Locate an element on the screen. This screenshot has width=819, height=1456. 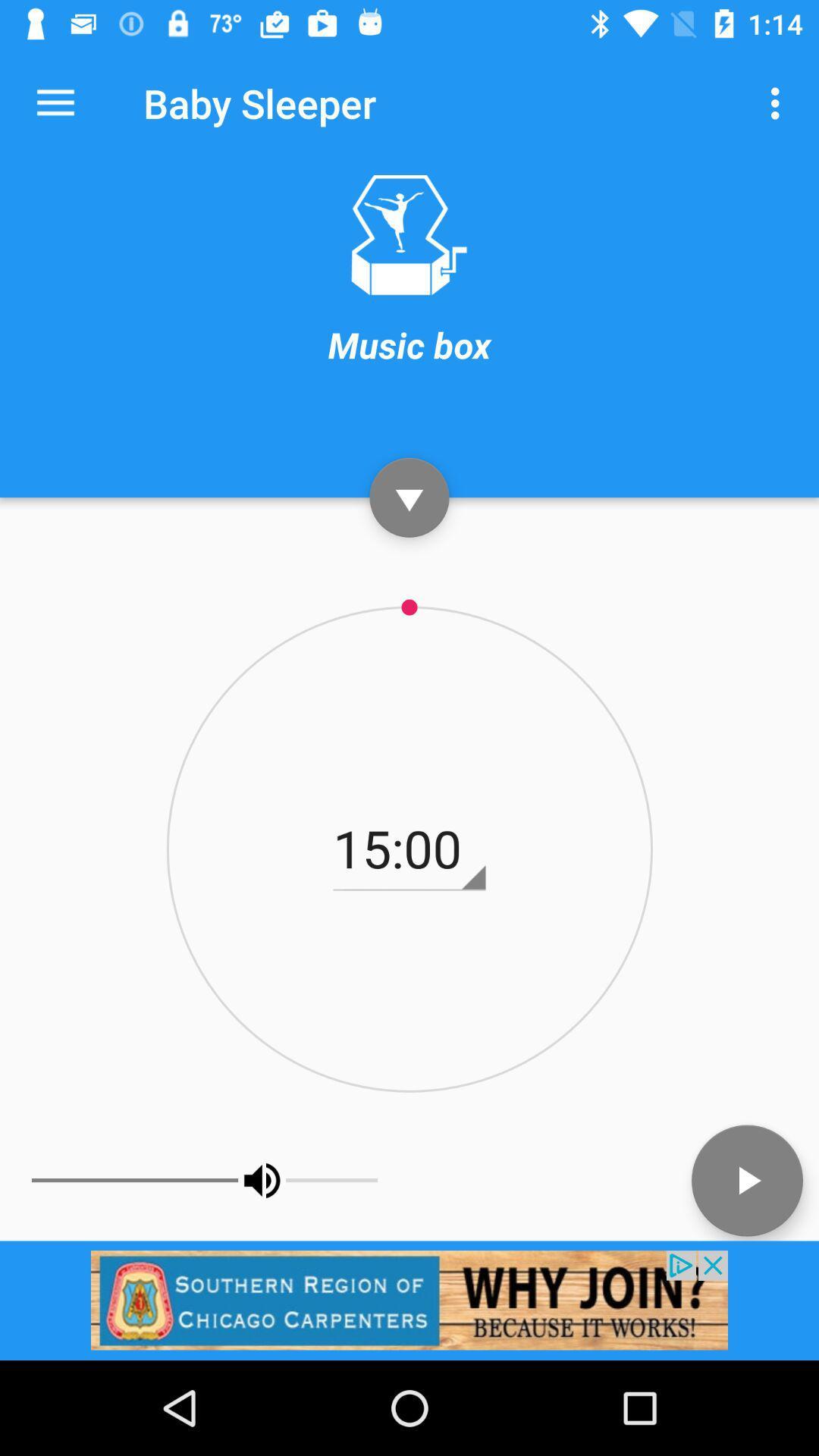
audio is located at coordinates (746, 1179).